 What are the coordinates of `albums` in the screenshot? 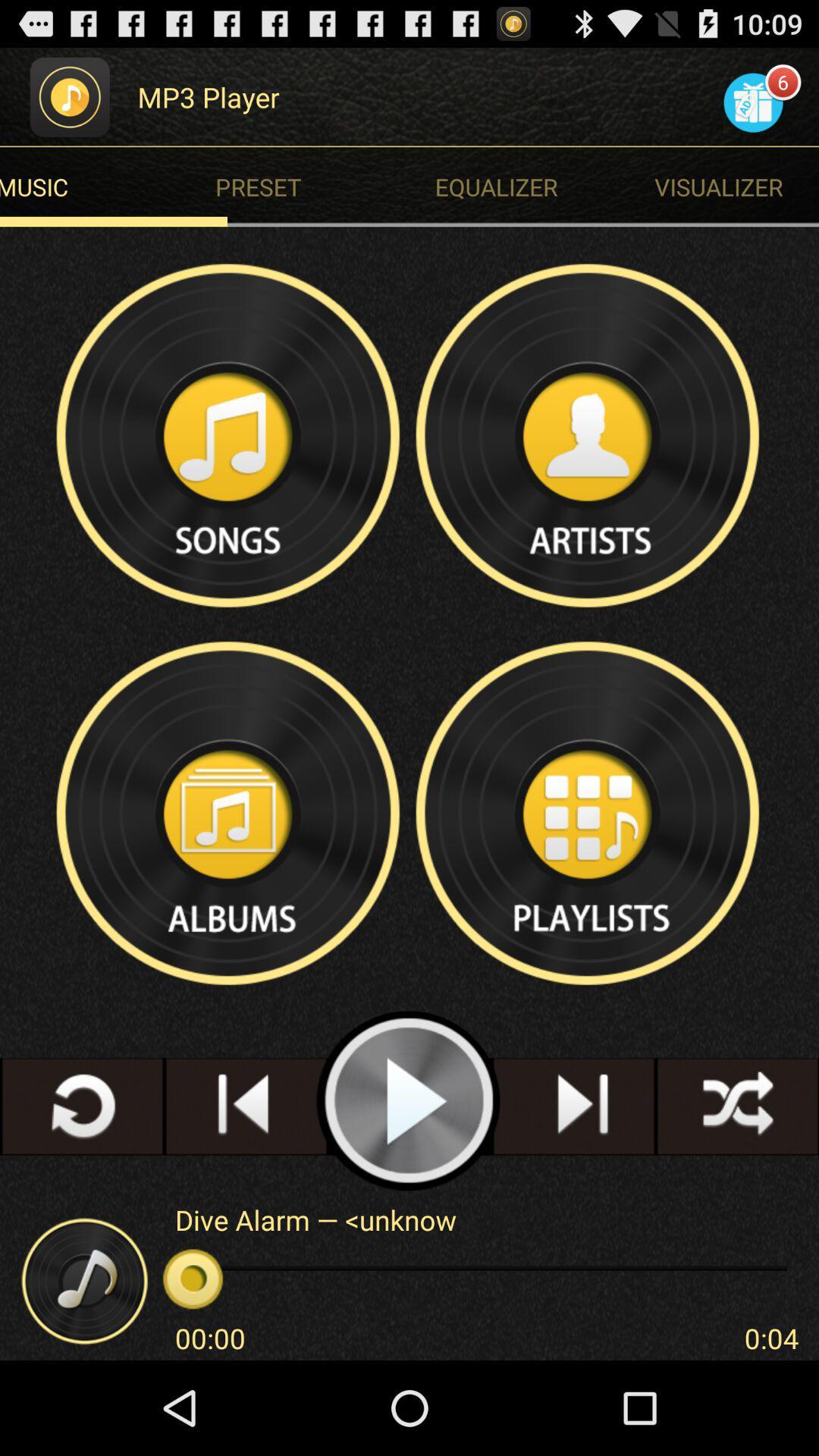 It's located at (230, 812).